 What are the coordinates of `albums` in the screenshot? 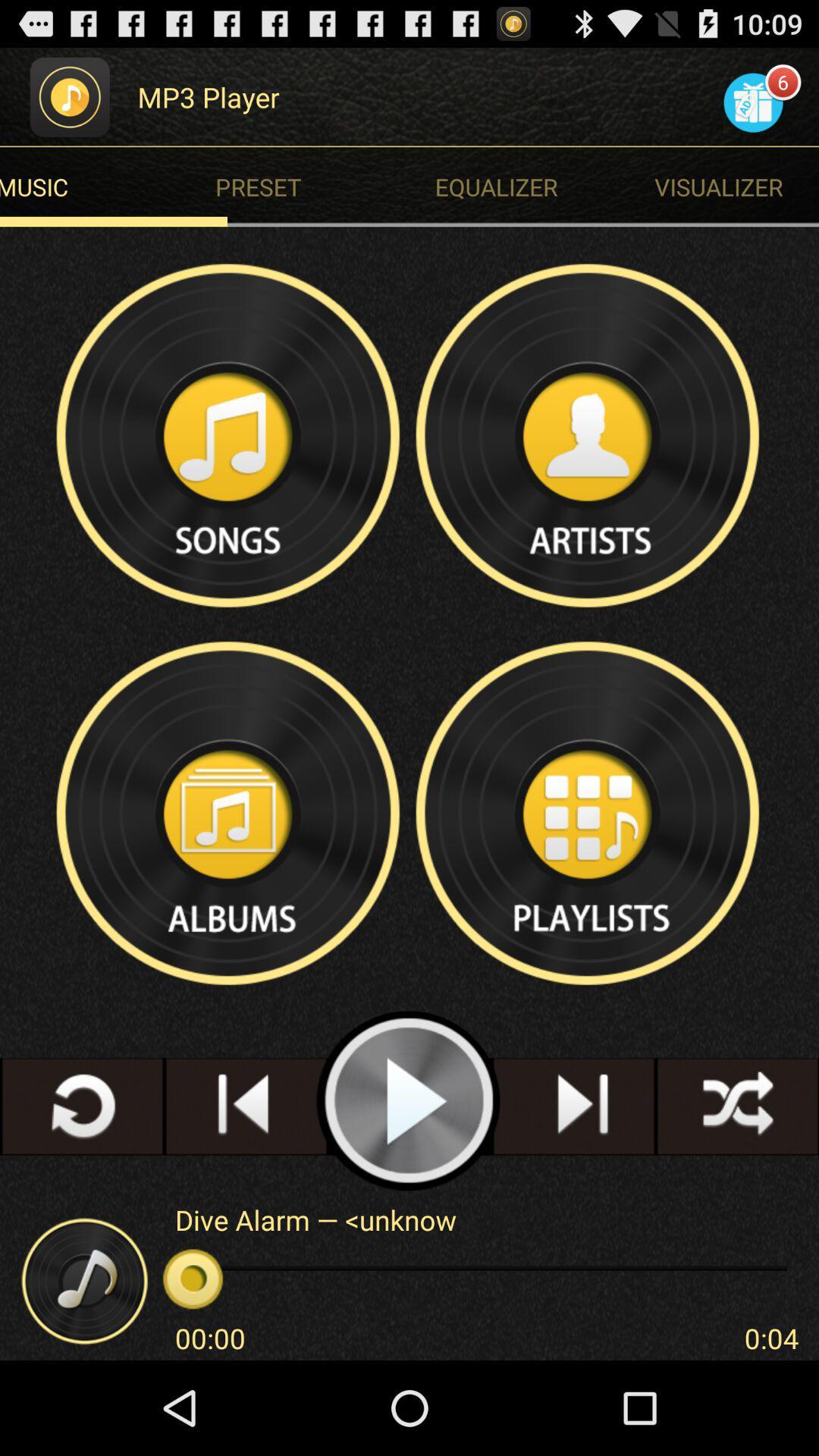 It's located at (230, 812).